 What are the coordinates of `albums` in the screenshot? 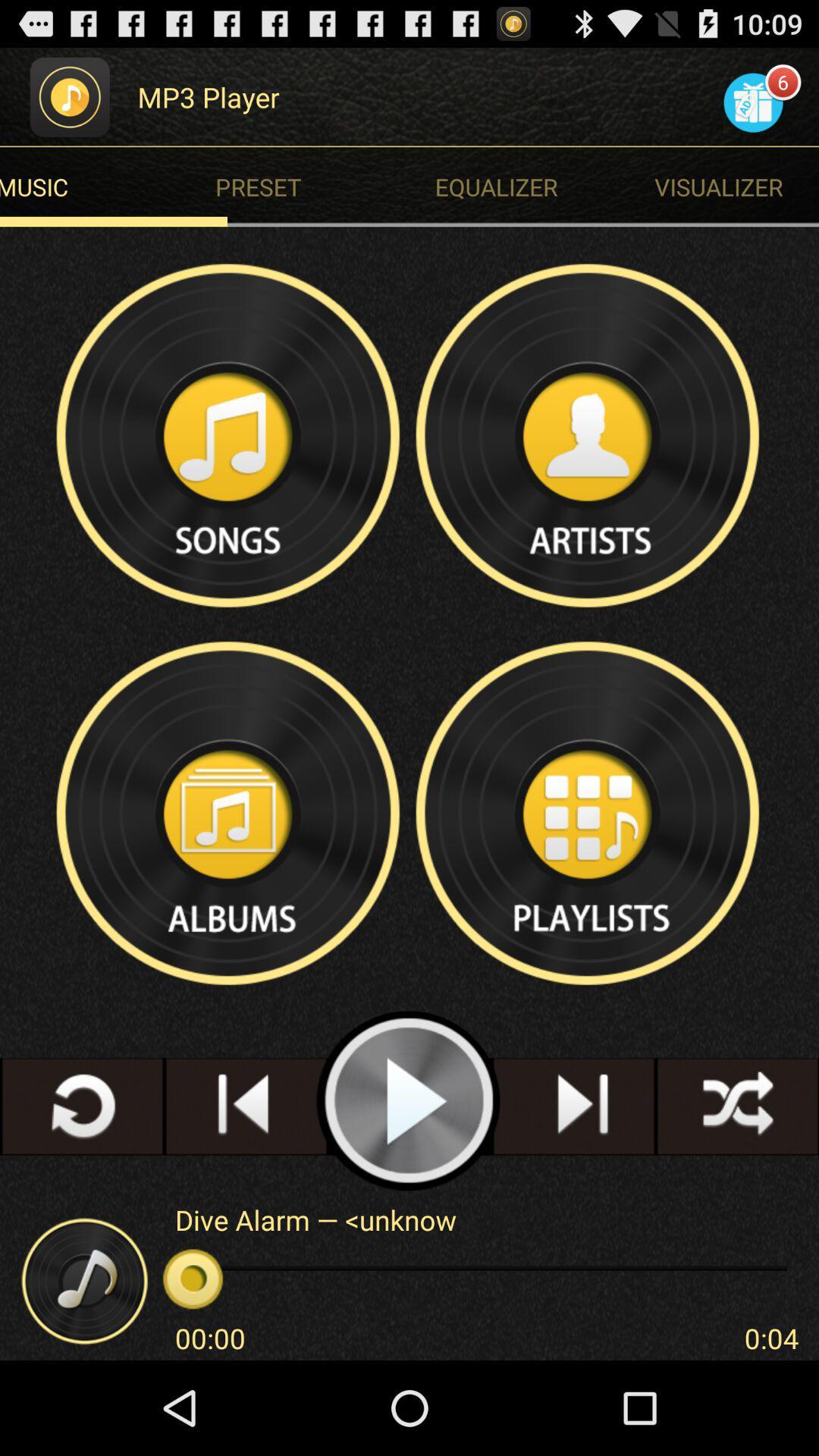 It's located at (230, 812).